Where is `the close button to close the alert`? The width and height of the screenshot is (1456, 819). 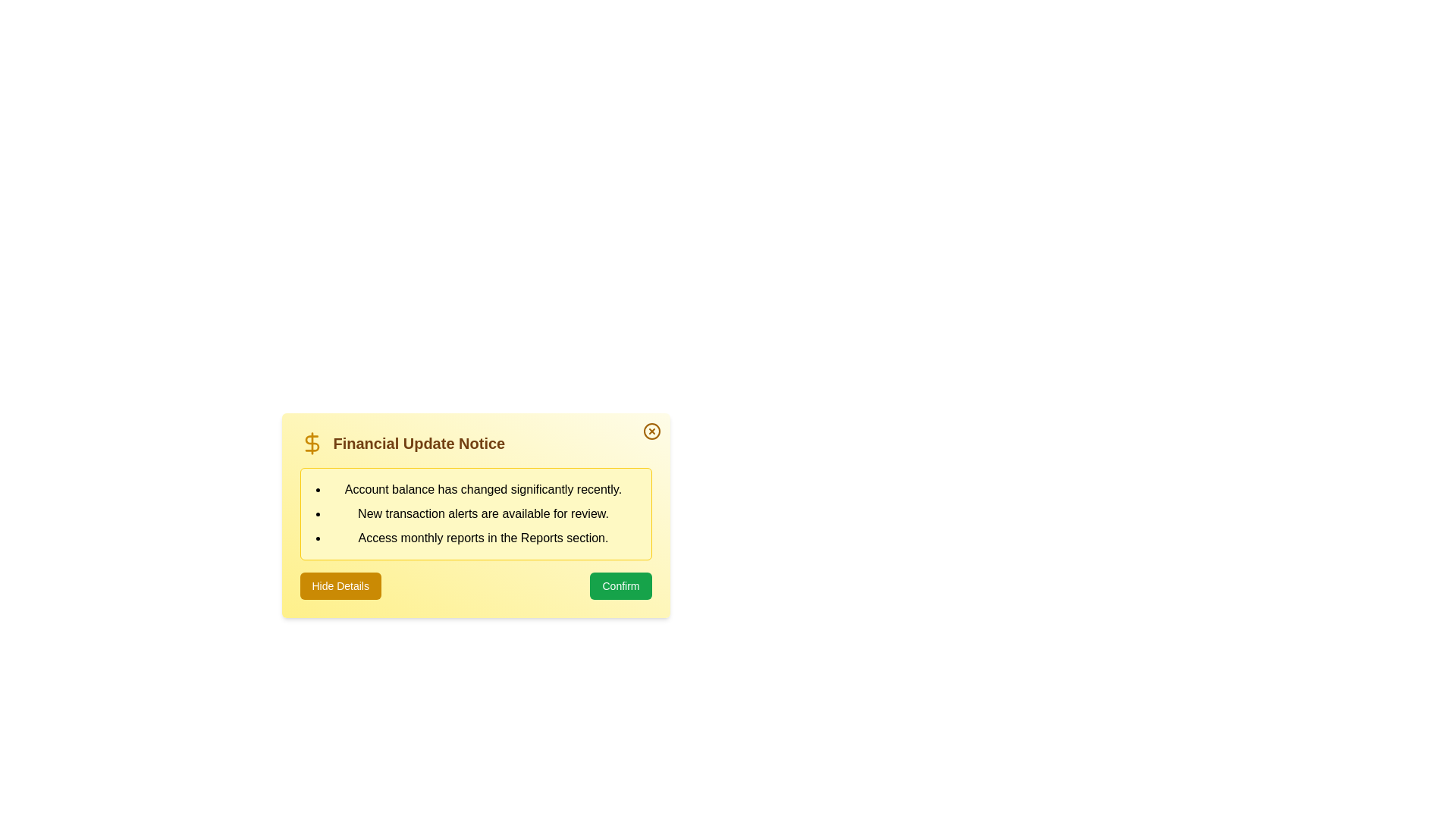 the close button to close the alert is located at coordinates (651, 431).